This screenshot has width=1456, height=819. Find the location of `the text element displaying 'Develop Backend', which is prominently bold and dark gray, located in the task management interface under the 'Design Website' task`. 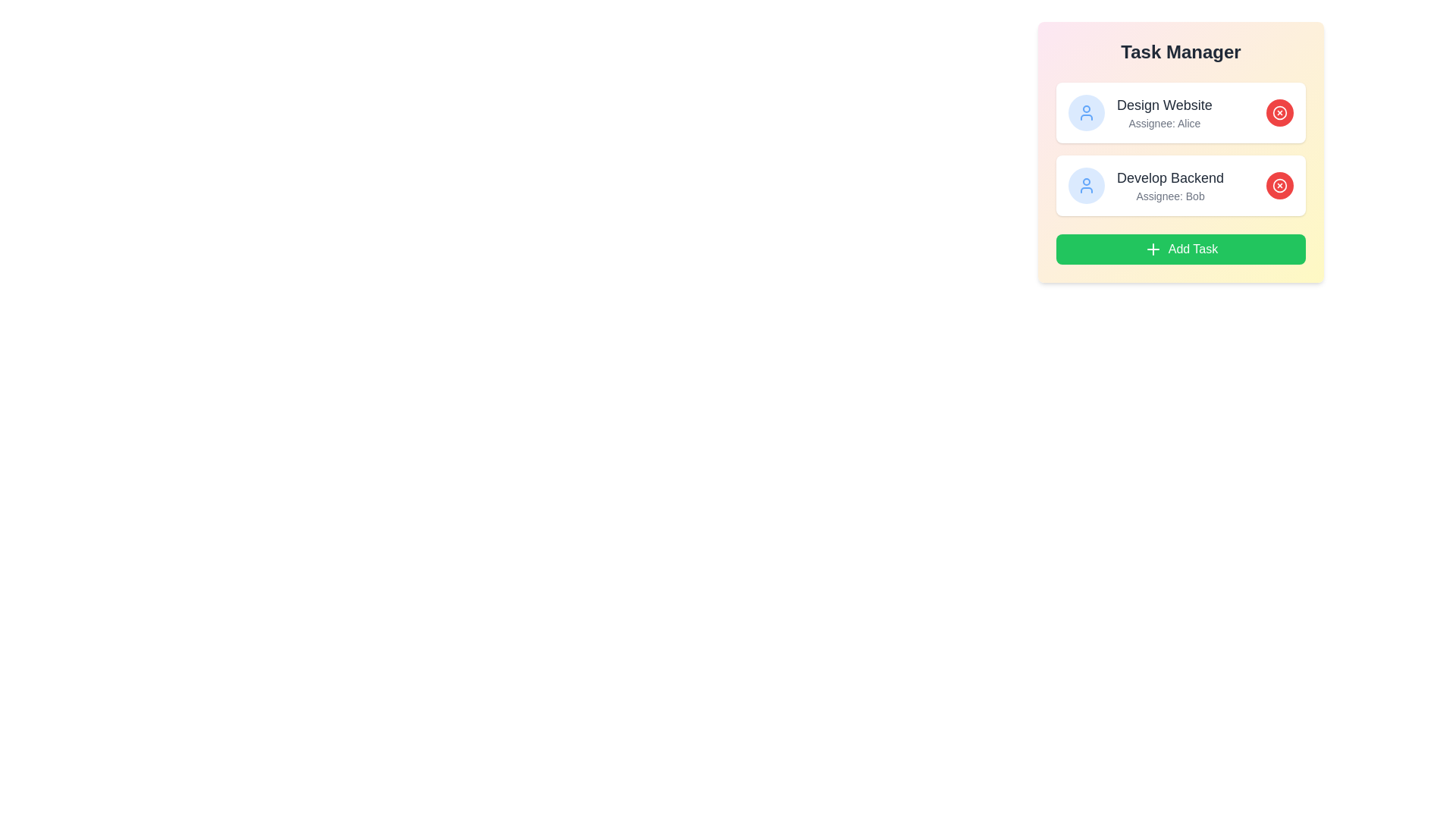

the text element displaying 'Develop Backend', which is prominently bold and dark gray, located in the task management interface under the 'Design Website' task is located at coordinates (1169, 177).